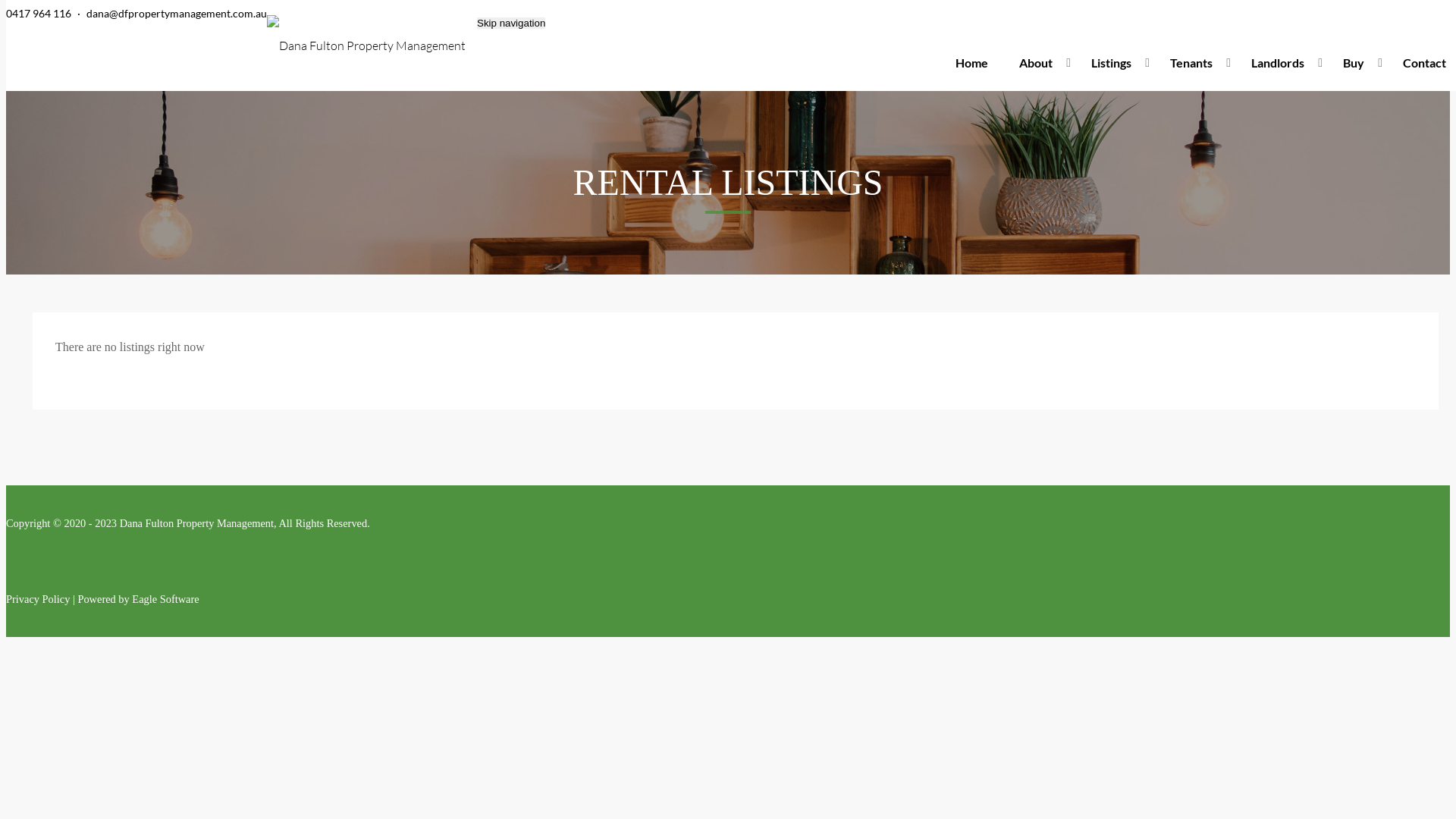 This screenshot has height=819, width=1456. What do you see at coordinates (971, 62) in the screenshot?
I see `'Home'` at bounding box center [971, 62].